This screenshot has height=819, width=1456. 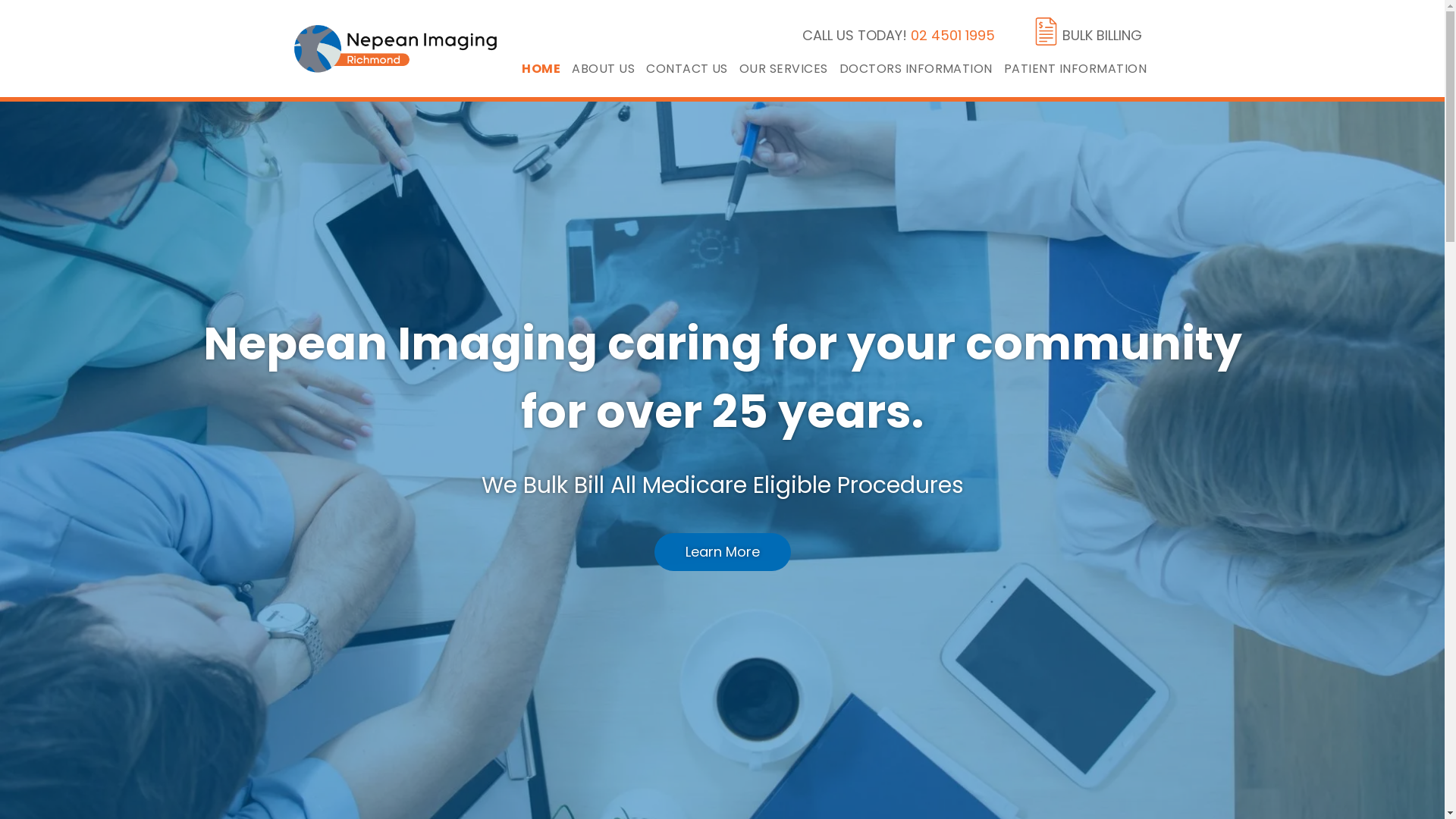 What do you see at coordinates (952, 34) in the screenshot?
I see `'02 4501 1995'` at bounding box center [952, 34].